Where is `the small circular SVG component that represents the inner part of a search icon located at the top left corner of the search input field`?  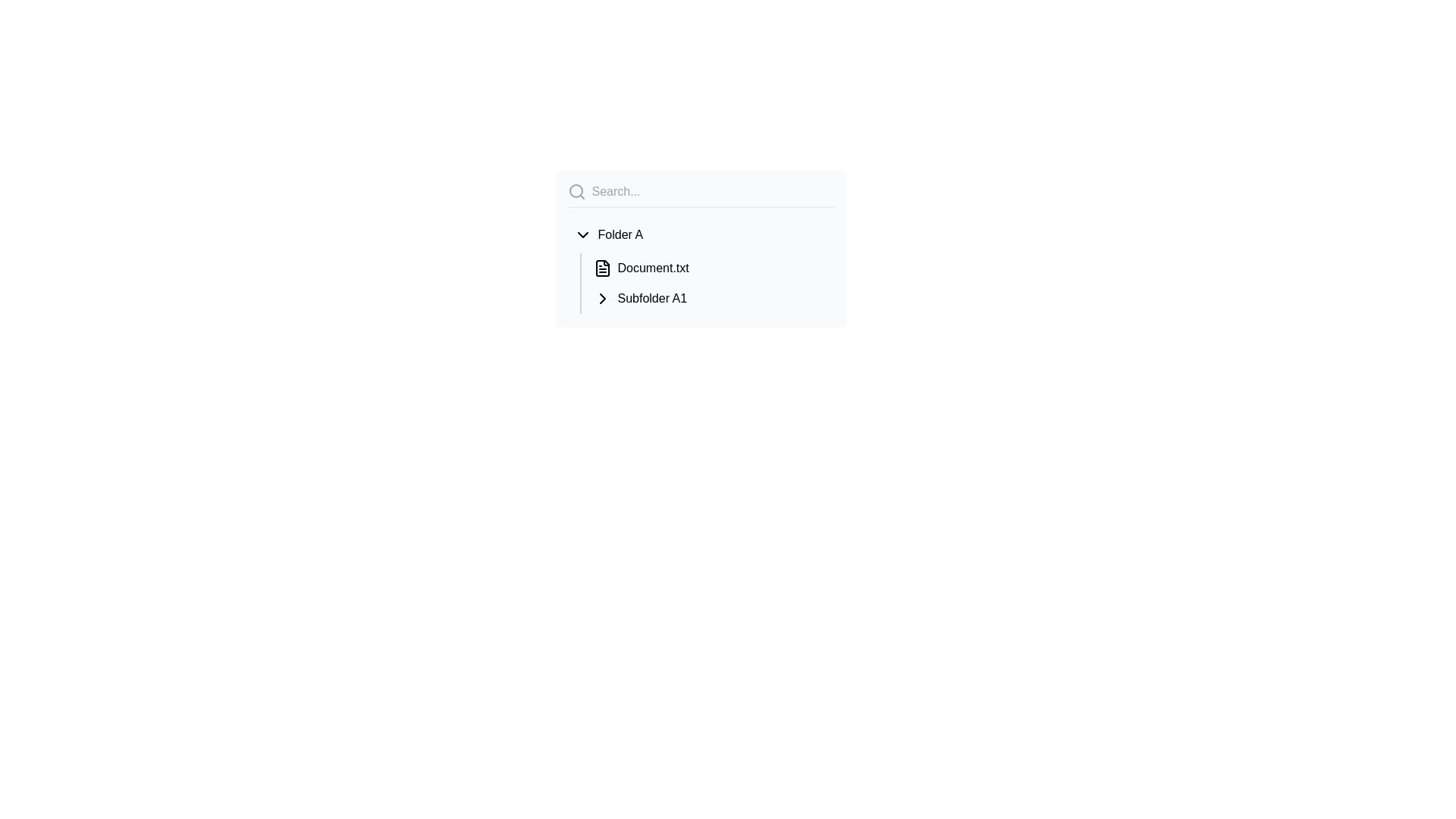 the small circular SVG component that represents the inner part of a search icon located at the top left corner of the search input field is located at coordinates (575, 190).